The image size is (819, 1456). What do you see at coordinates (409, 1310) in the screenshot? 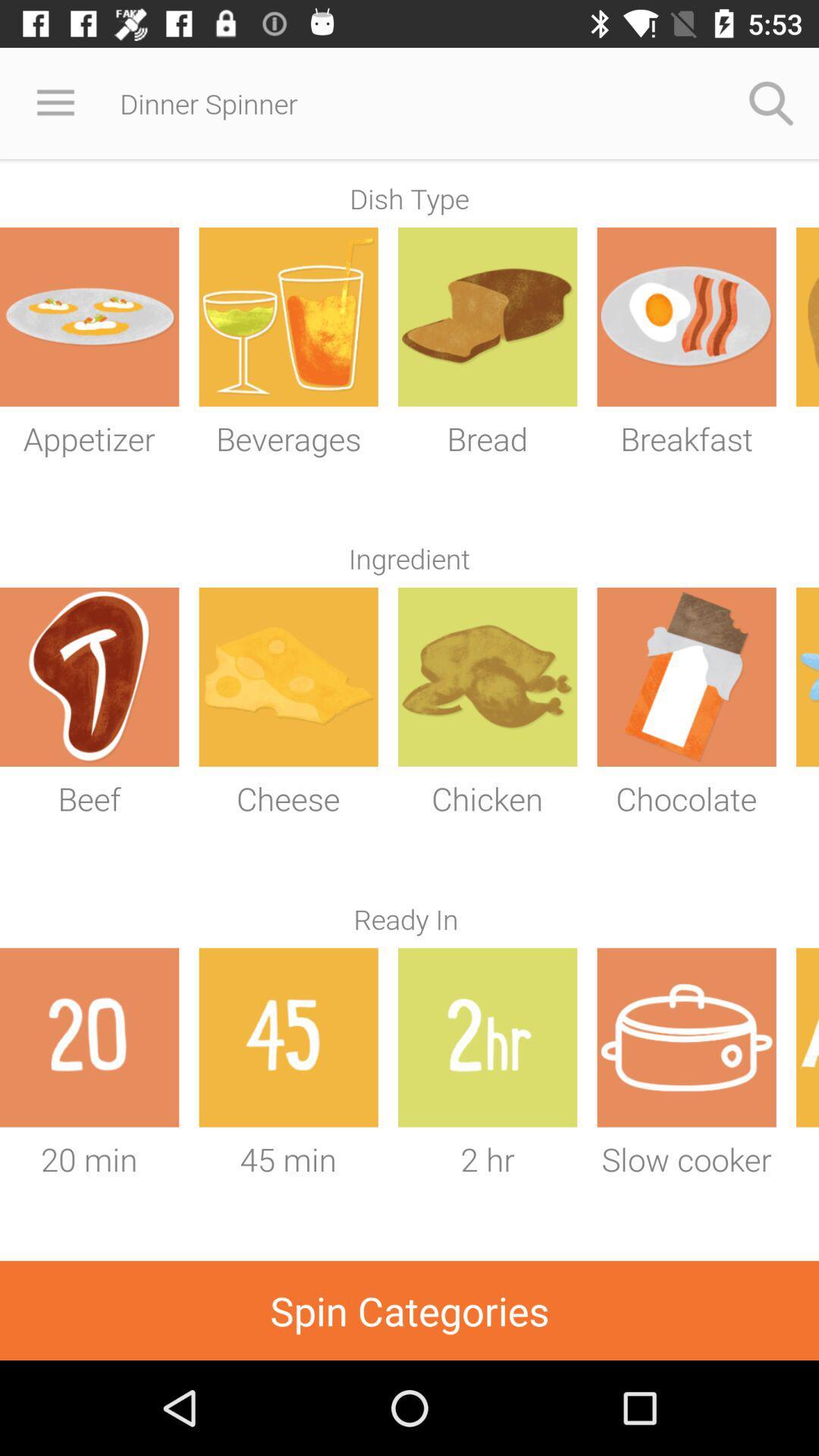
I see `spin categories item` at bounding box center [409, 1310].